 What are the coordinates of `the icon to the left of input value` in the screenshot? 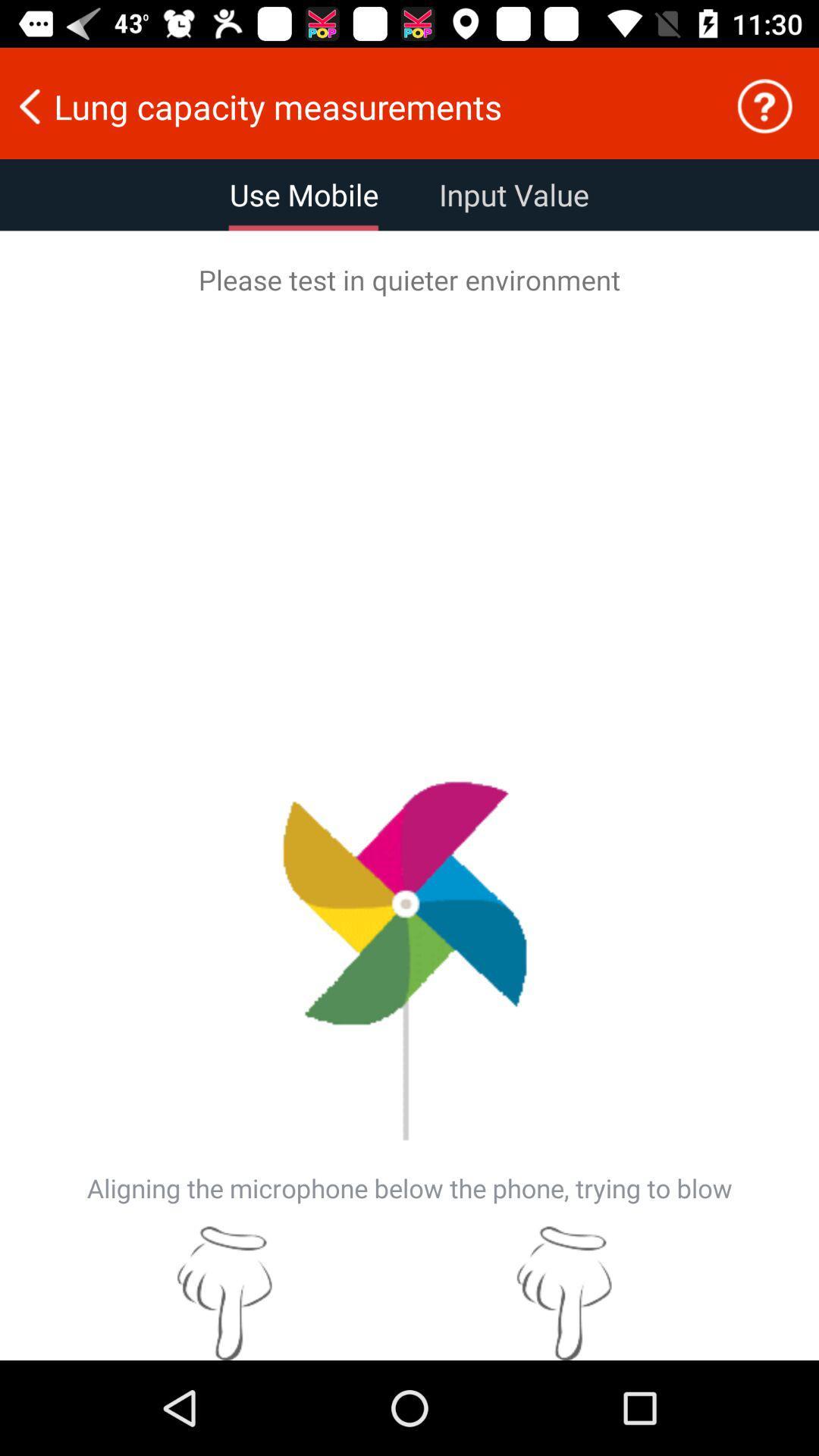 It's located at (304, 194).